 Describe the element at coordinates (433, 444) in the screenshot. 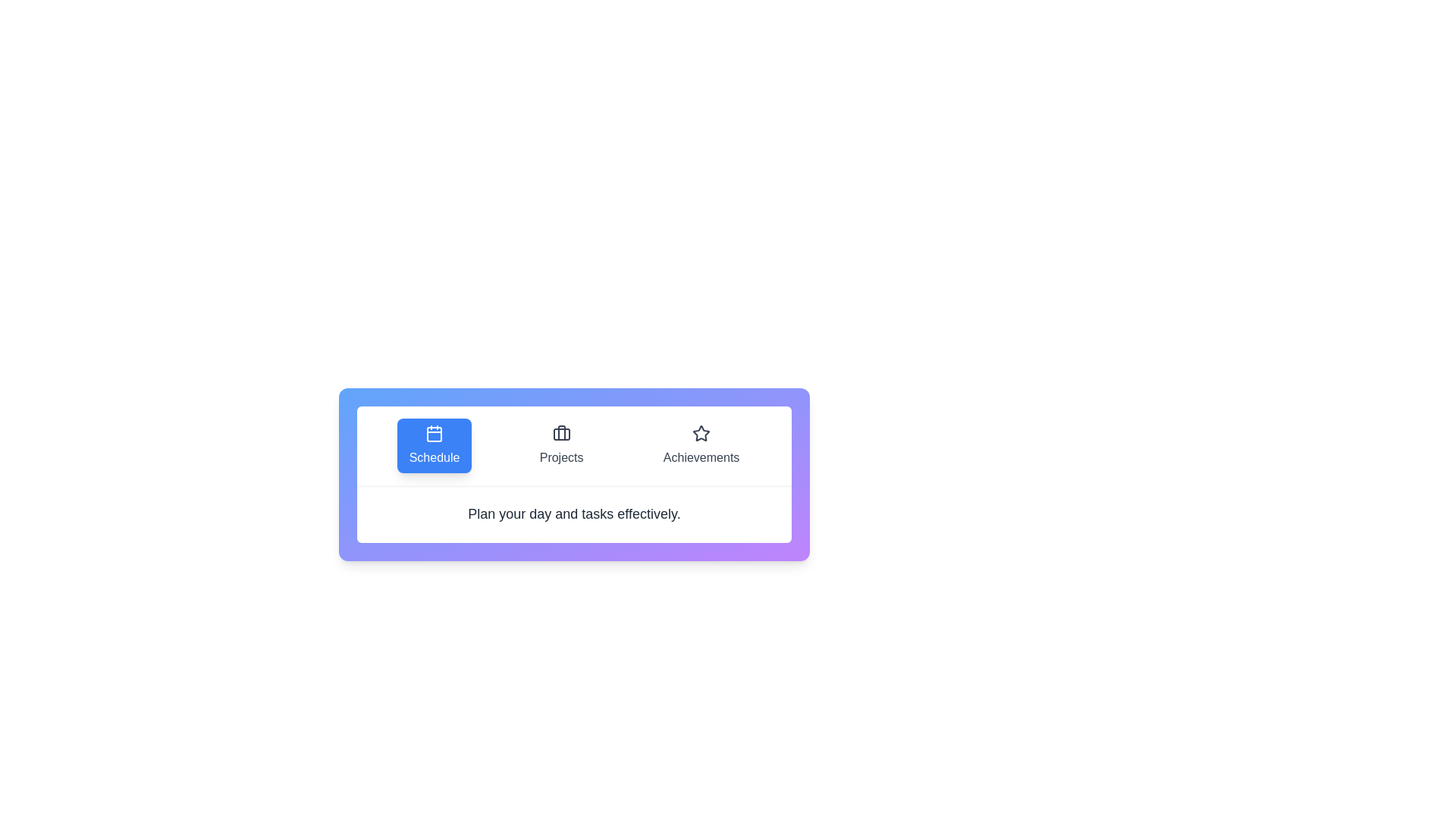

I see `the tab labeled Schedule` at that location.